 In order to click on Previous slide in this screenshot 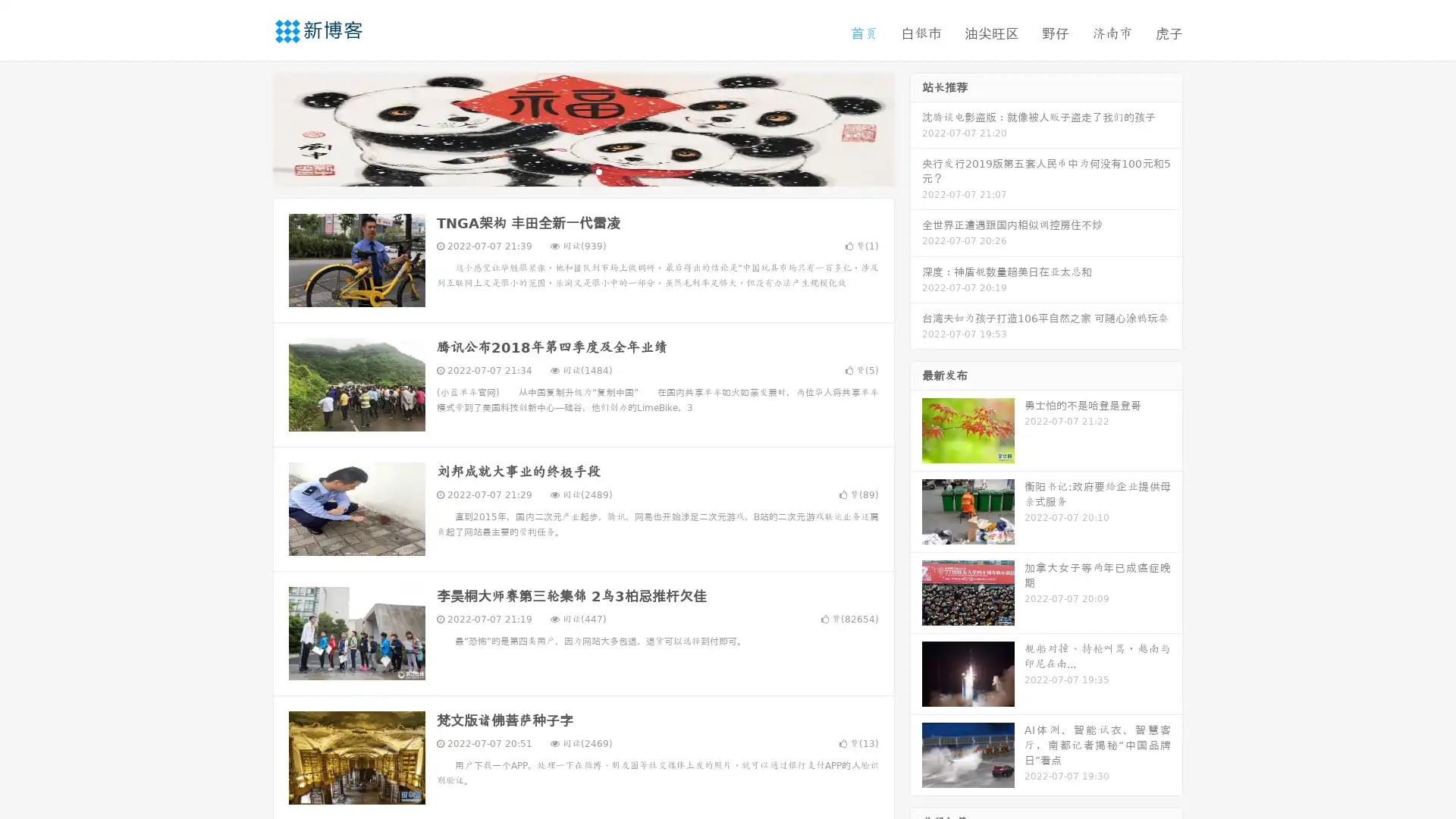, I will do `click(250, 127)`.